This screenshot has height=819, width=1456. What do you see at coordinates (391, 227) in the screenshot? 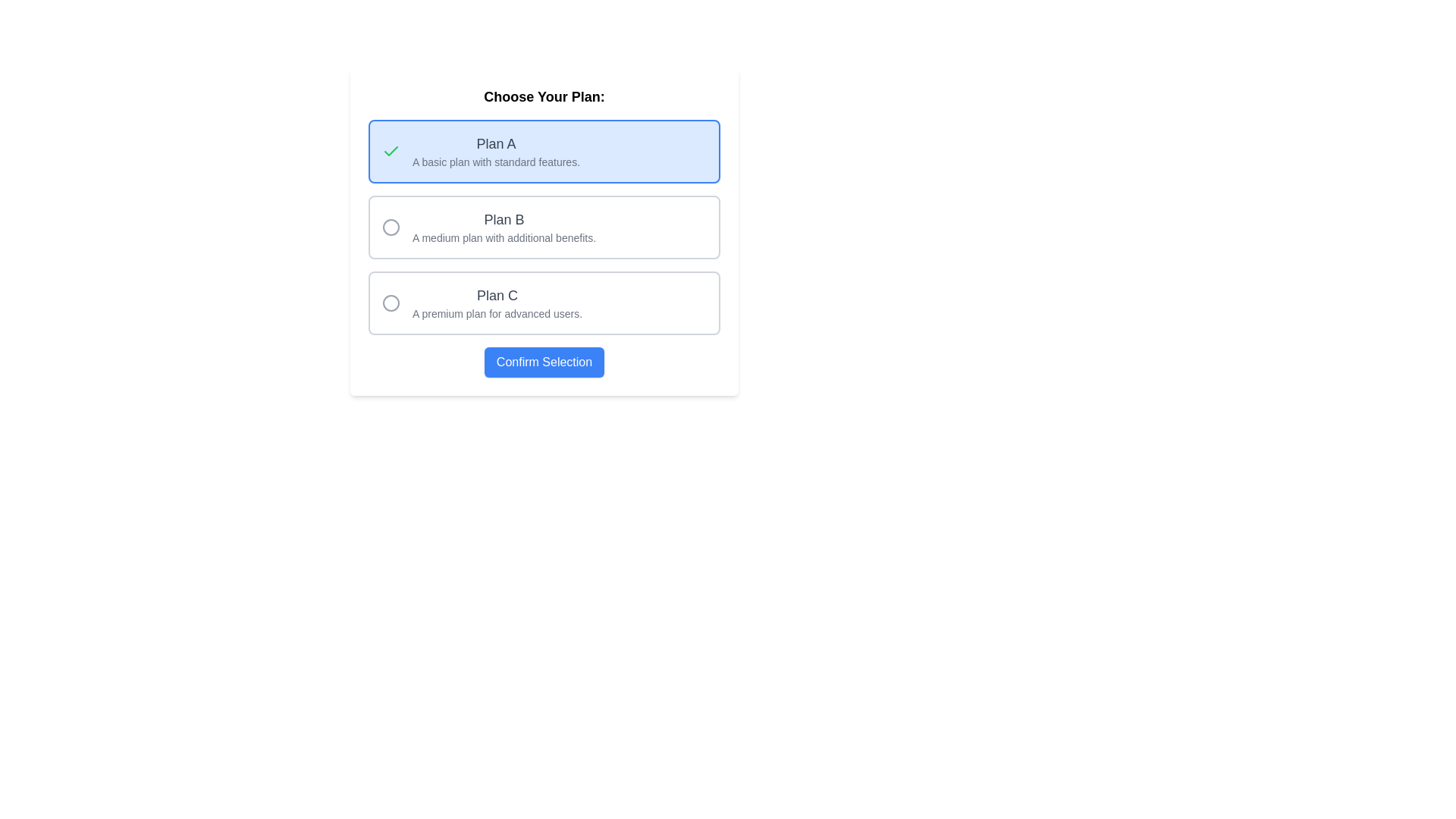
I see `the central SVG circle used as a visual indicator for selecting among available plans in the 'Choose Your Plan' UI, located to the left of the 'Plan B' text option` at bounding box center [391, 227].